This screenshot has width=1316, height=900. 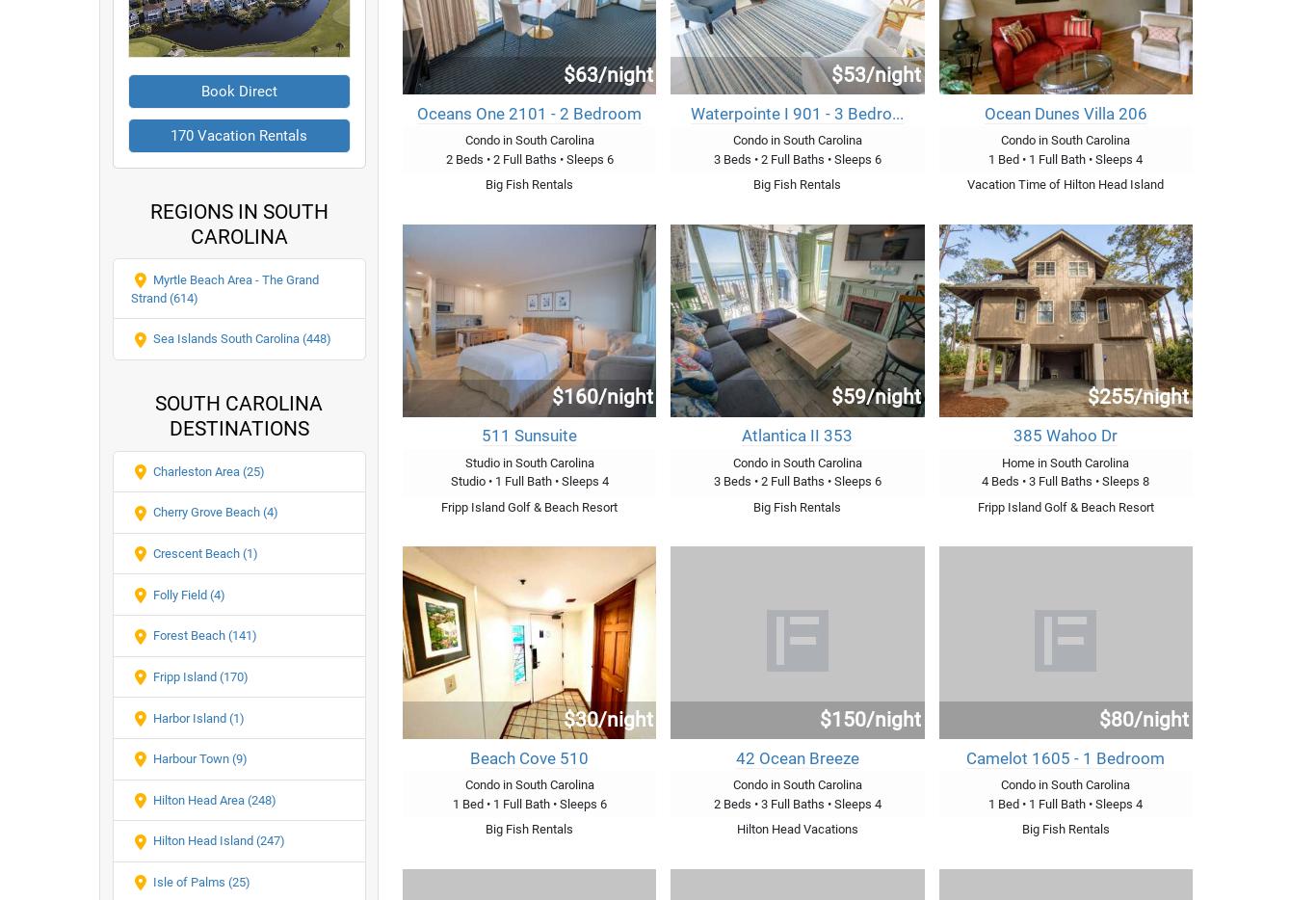 I want to click on 'Places to Rent in Plum Island Massachusetts', so click(x=535, y=553).